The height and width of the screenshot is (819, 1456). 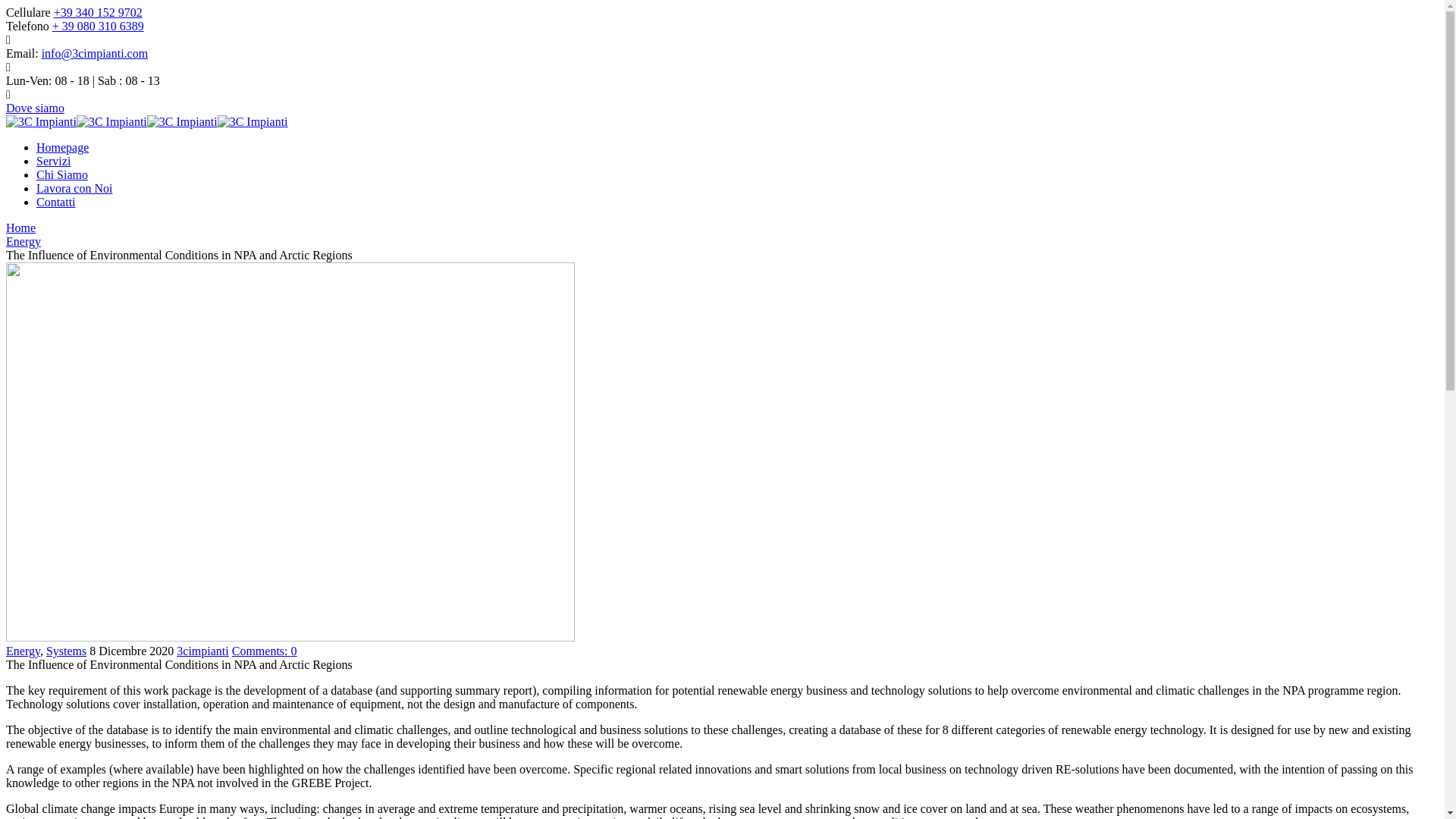 I want to click on 'Home', so click(x=20, y=227).